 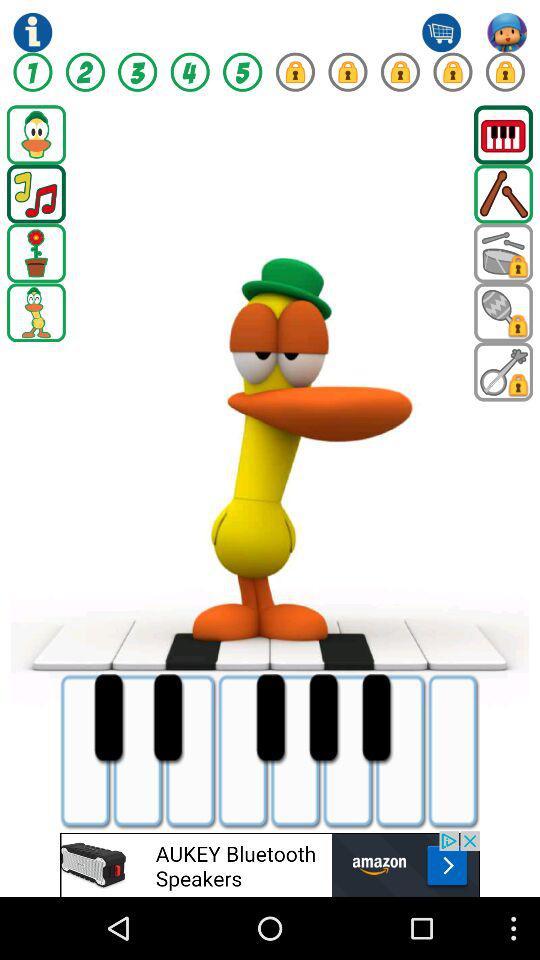 I want to click on shaker, so click(x=502, y=312).